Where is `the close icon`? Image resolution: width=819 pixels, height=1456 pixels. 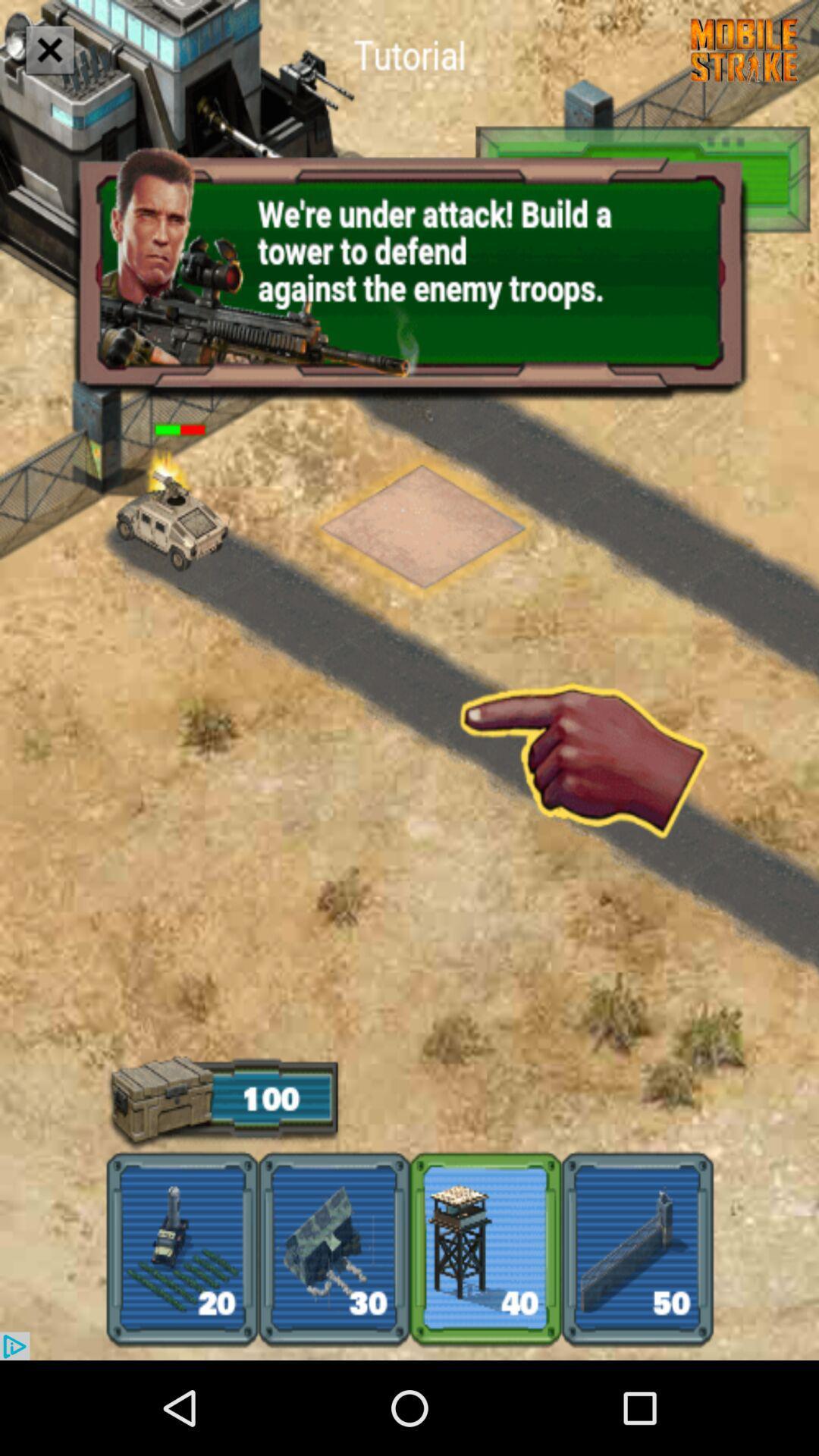
the close icon is located at coordinates (49, 53).